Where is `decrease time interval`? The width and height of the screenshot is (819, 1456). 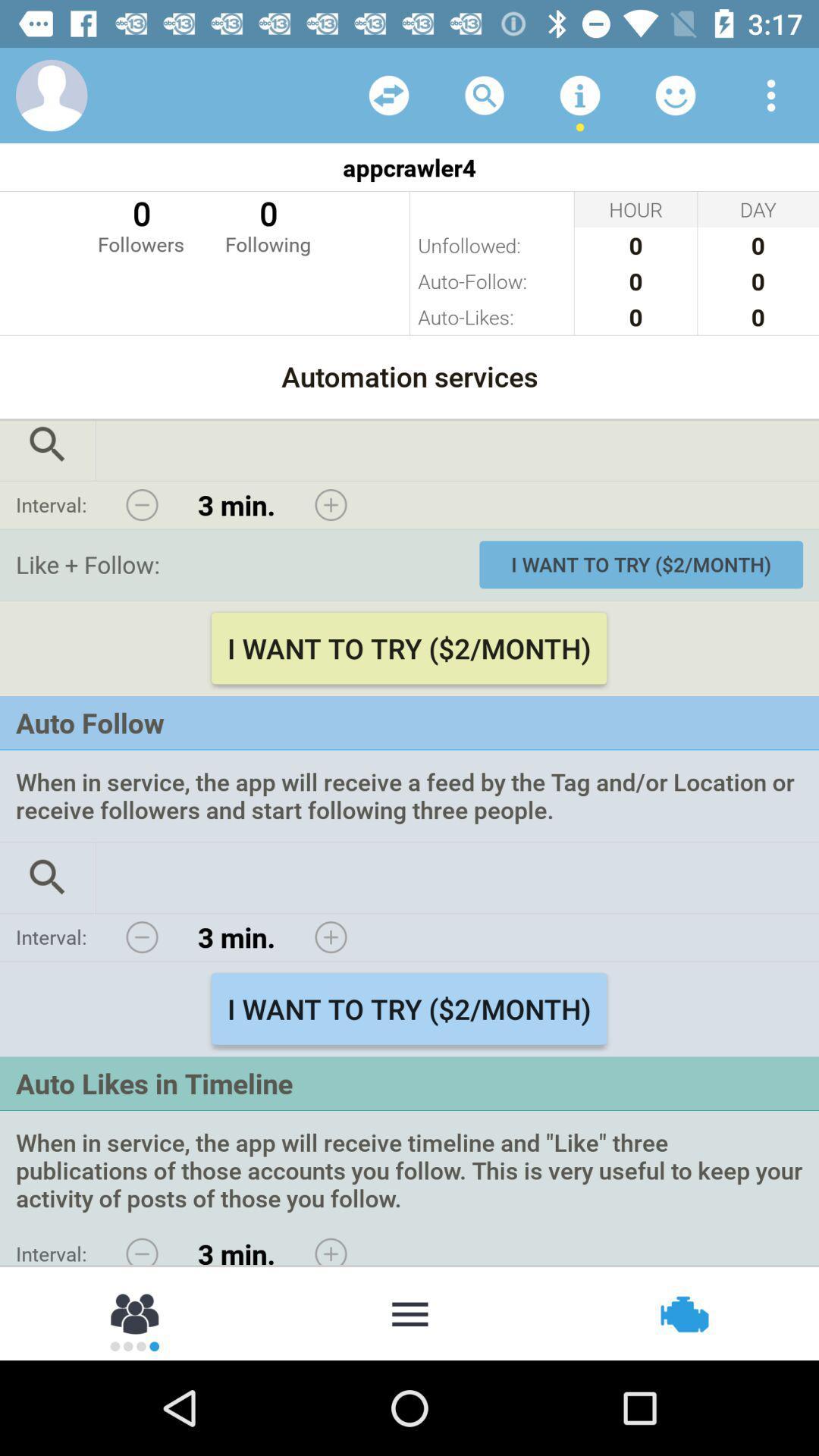
decrease time interval is located at coordinates (142, 505).